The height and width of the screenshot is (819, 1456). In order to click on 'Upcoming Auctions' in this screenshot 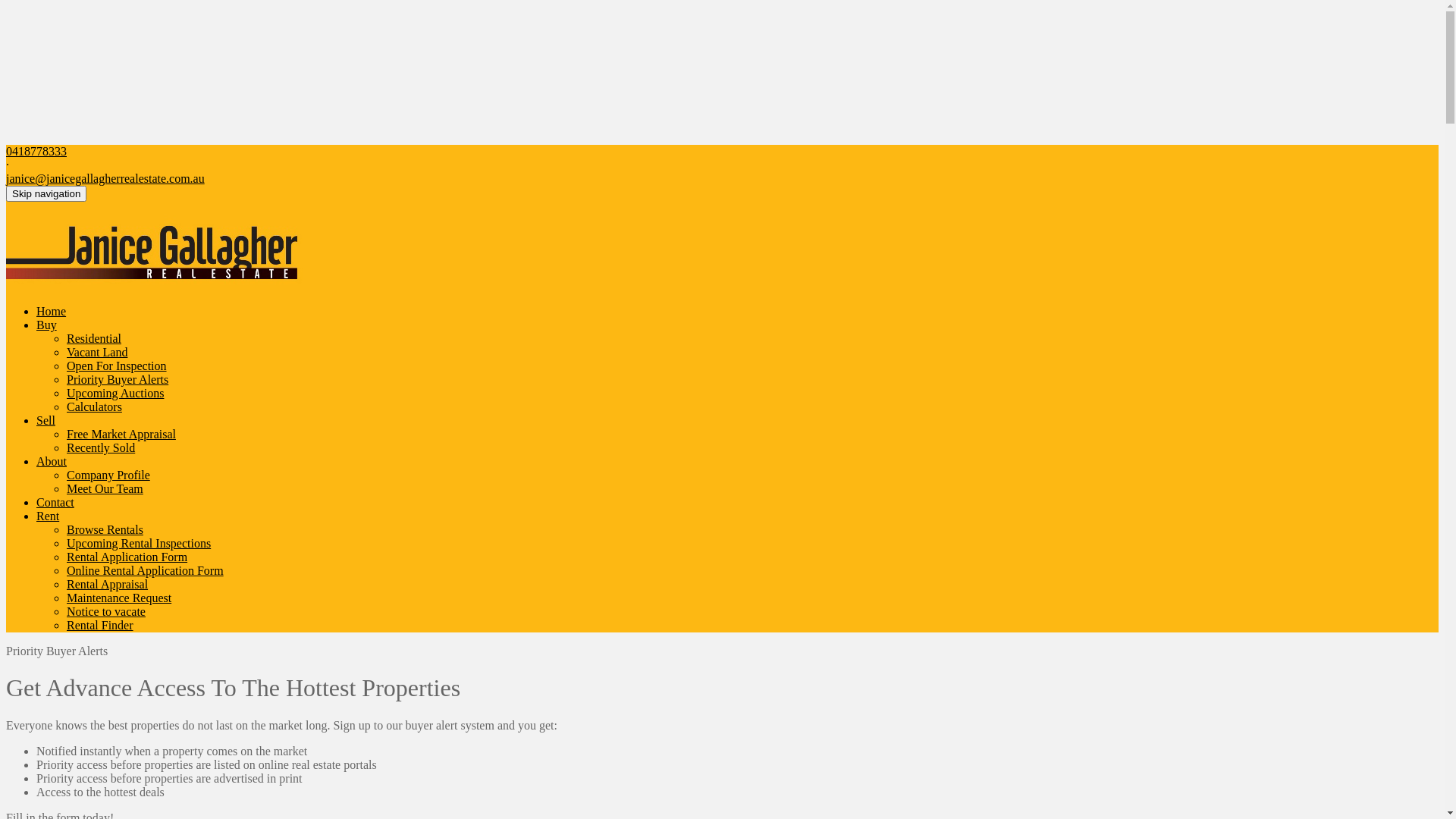, I will do `click(115, 392)`.